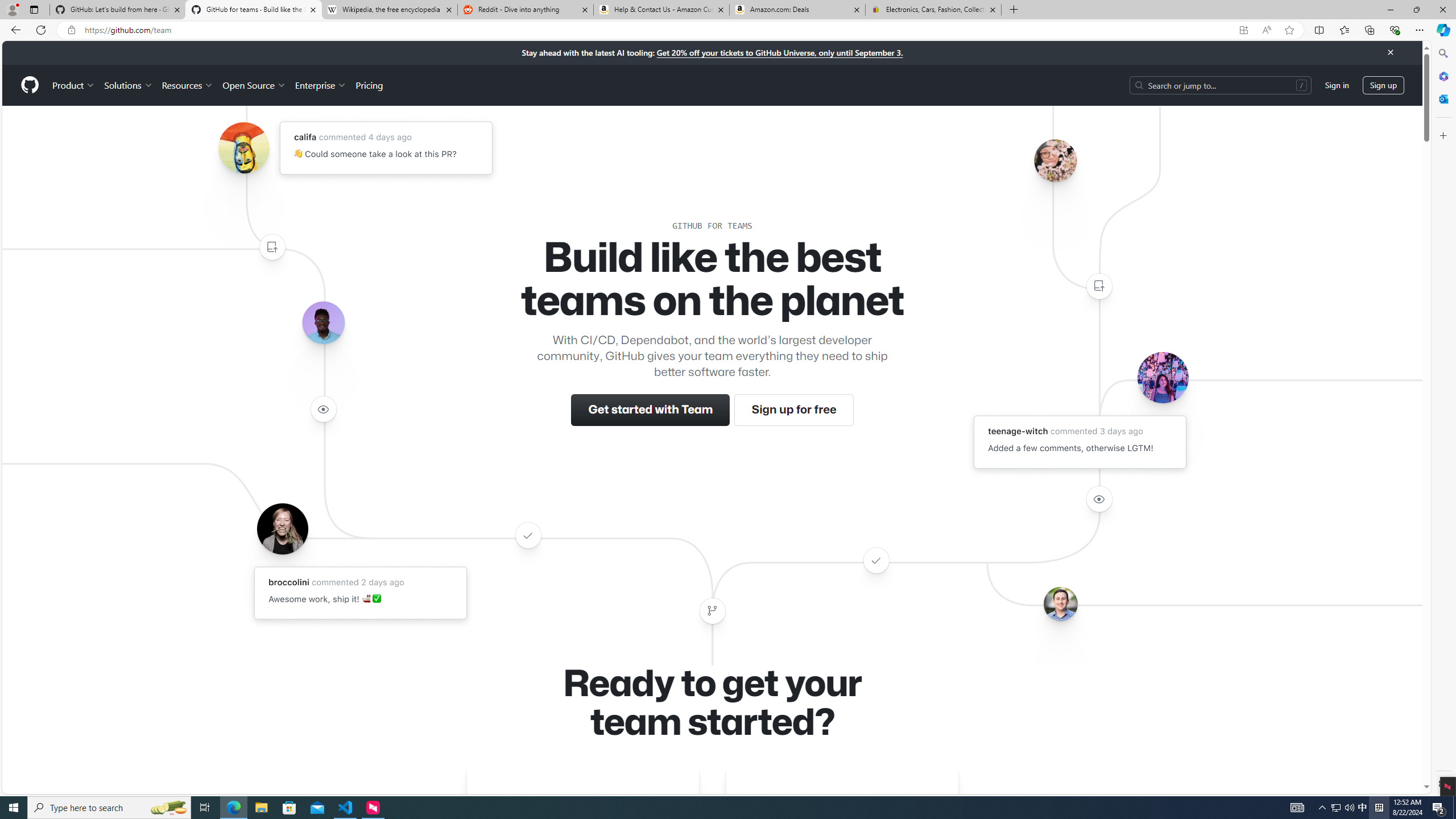 The height and width of the screenshot is (819, 1456). I want to click on 'Solutions', so click(127, 85).